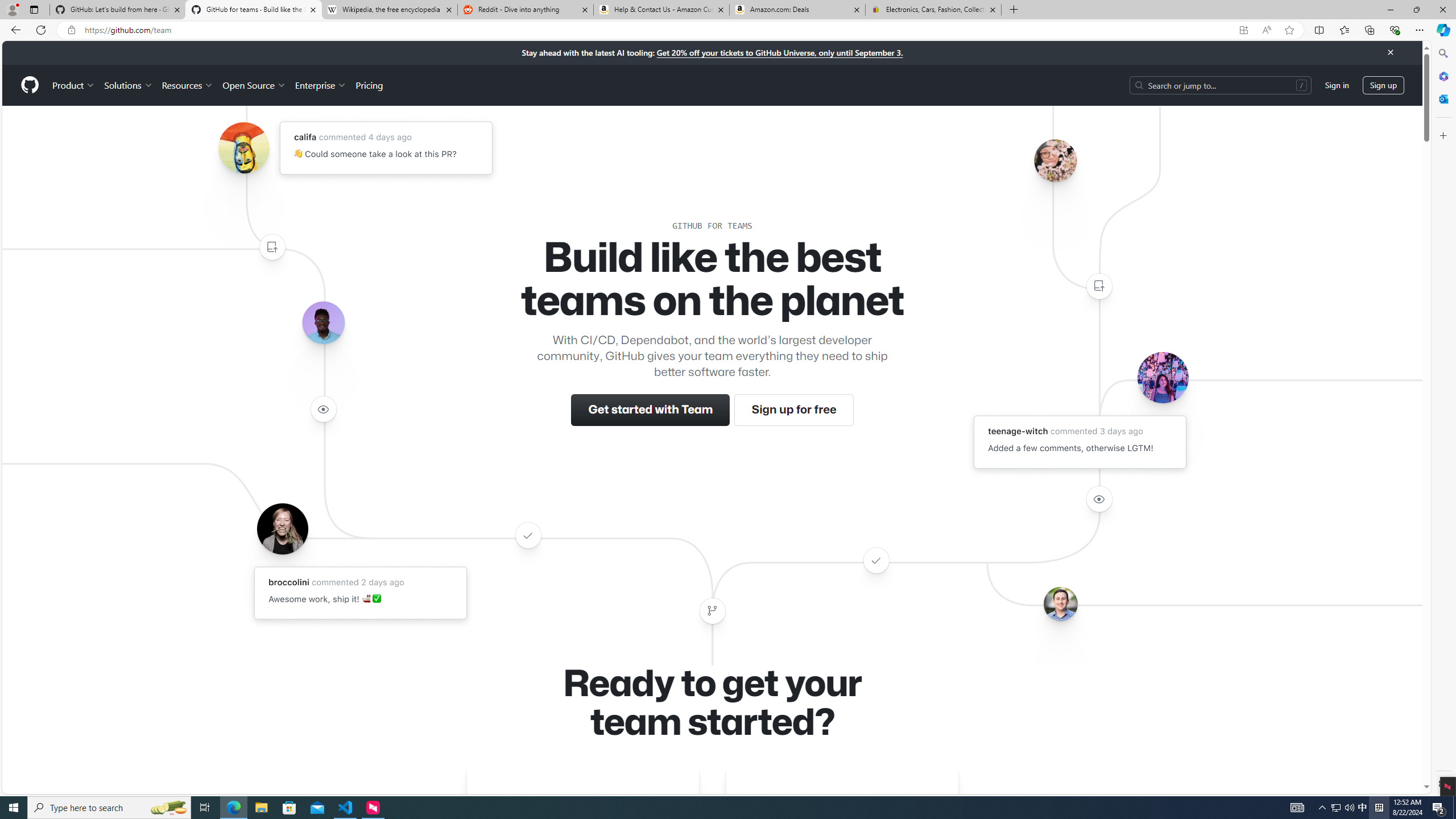 The height and width of the screenshot is (819, 1456). I want to click on 'Solutions', so click(127, 85).